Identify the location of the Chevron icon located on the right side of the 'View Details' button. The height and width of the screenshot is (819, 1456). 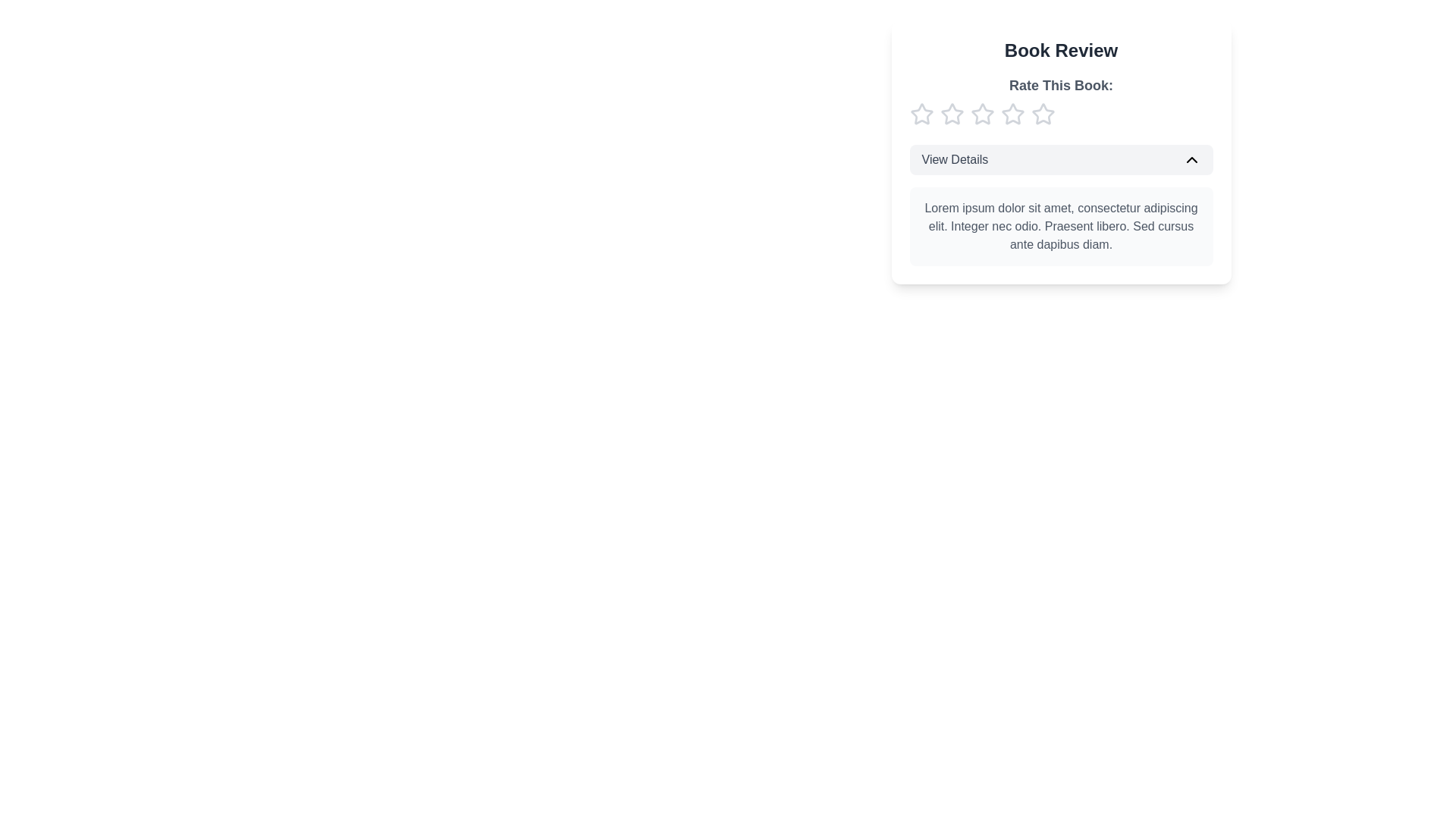
(1191, 160).